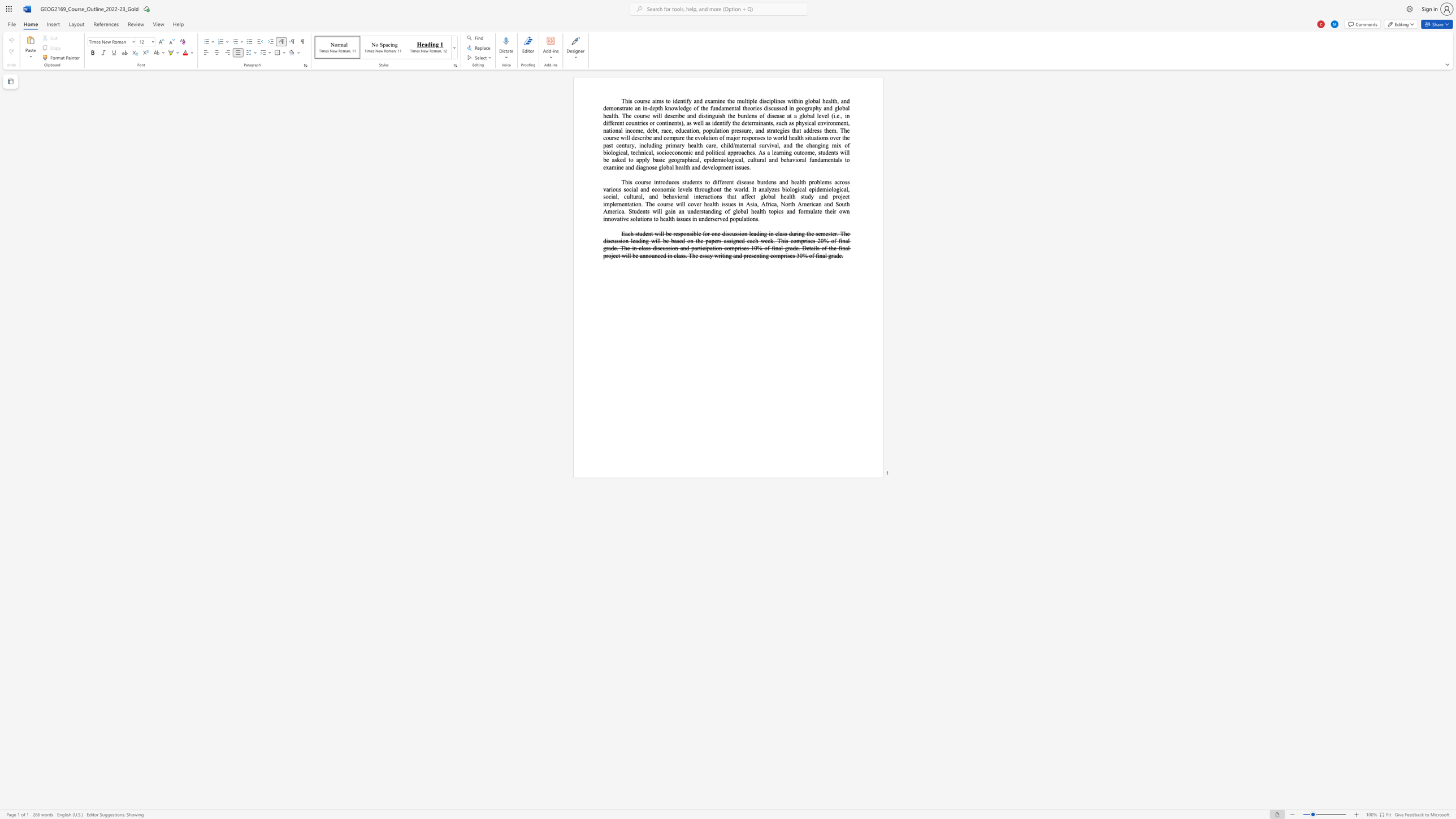  What do you see at coordinates (723, 204) in the screenshot?
I see `the 20th character "s" in the text` at bounding box center [723, 204].